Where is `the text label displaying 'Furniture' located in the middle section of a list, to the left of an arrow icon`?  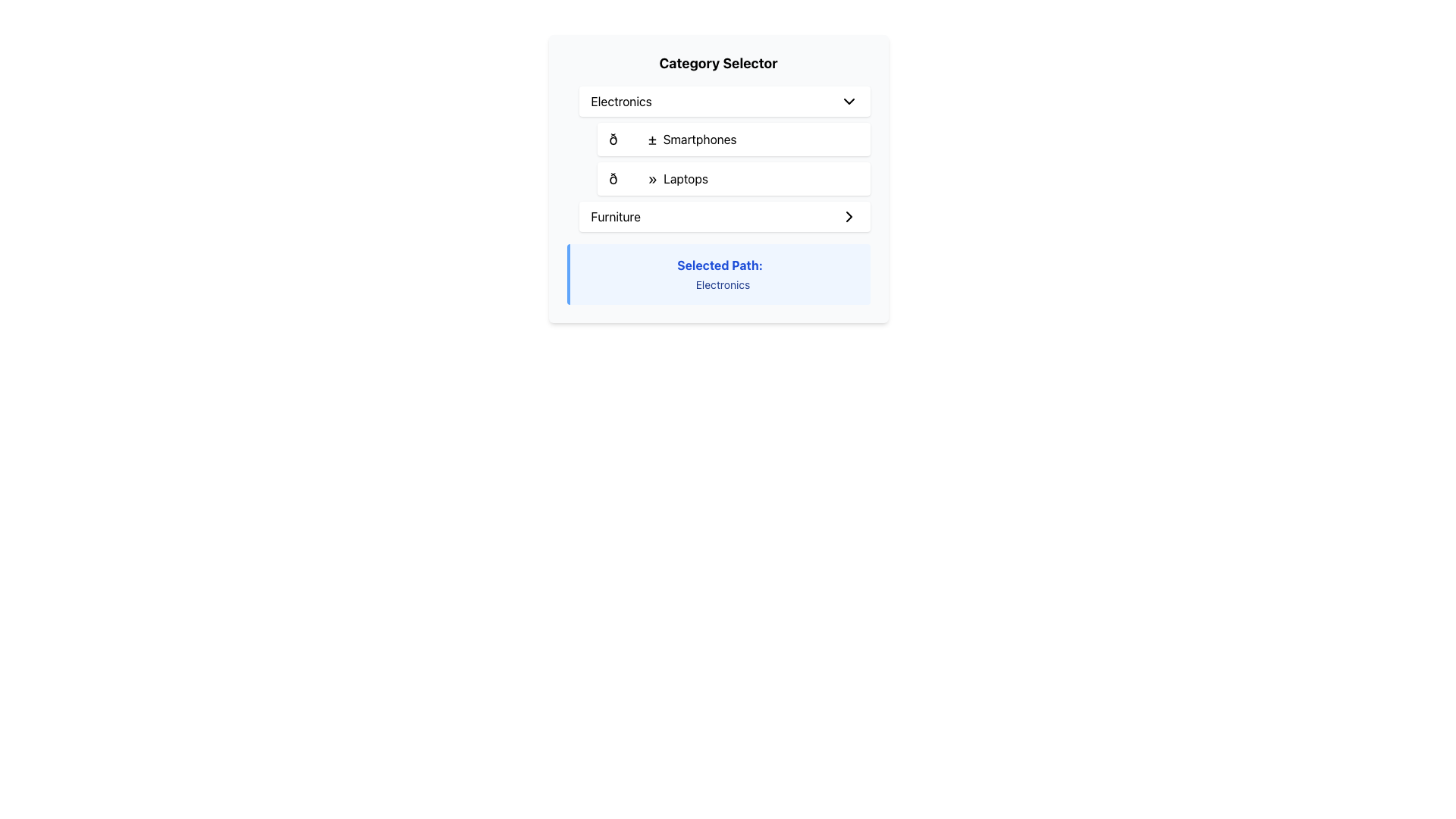 the text label displaying 'Furniture' located in the middle section of a list, to the left of an arrow icon is located at coordinates (616, 216).